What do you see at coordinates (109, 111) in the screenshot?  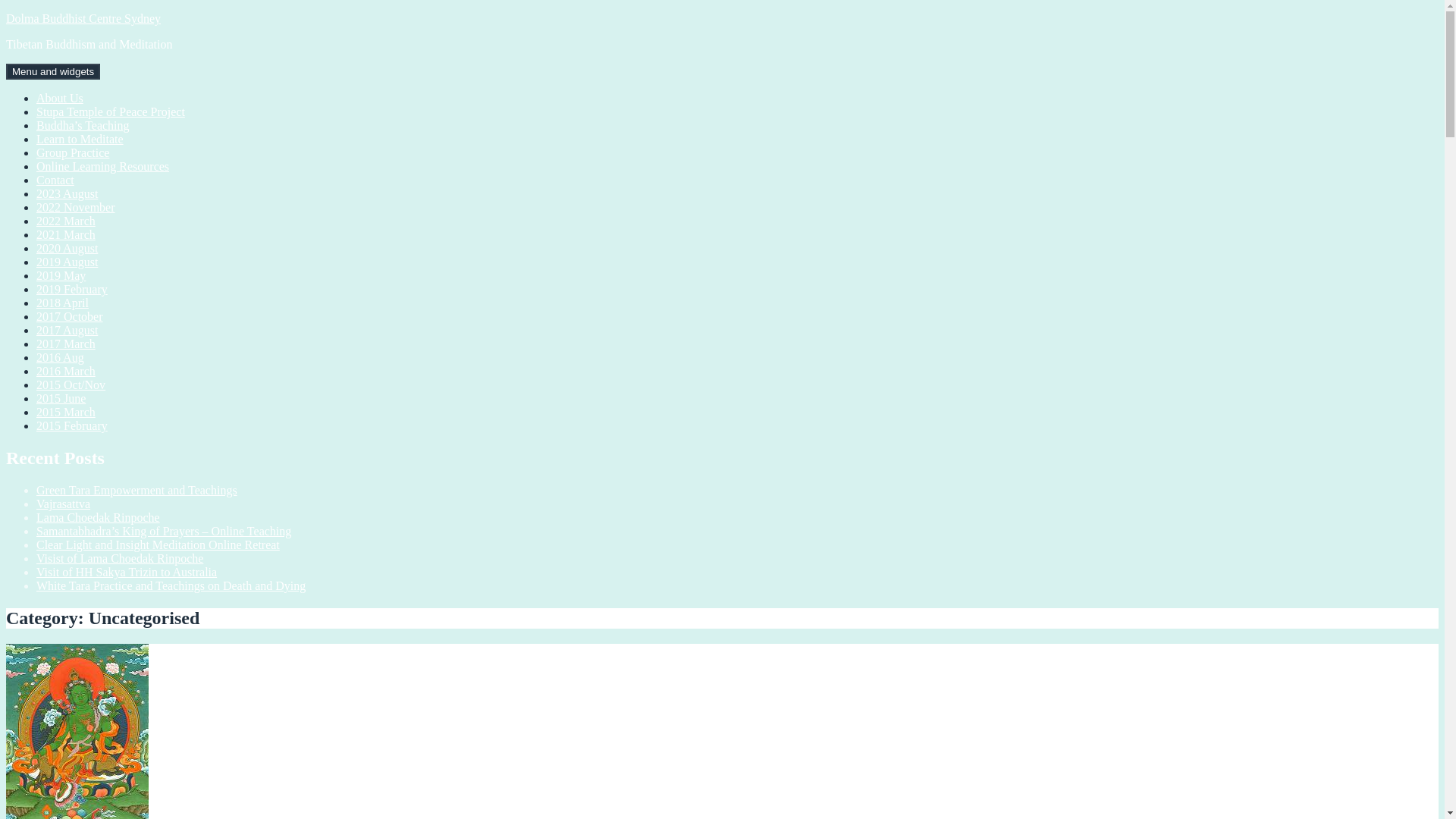 I see `'Stupa Temple of Peace Project'` at bounding box center [109, 111].